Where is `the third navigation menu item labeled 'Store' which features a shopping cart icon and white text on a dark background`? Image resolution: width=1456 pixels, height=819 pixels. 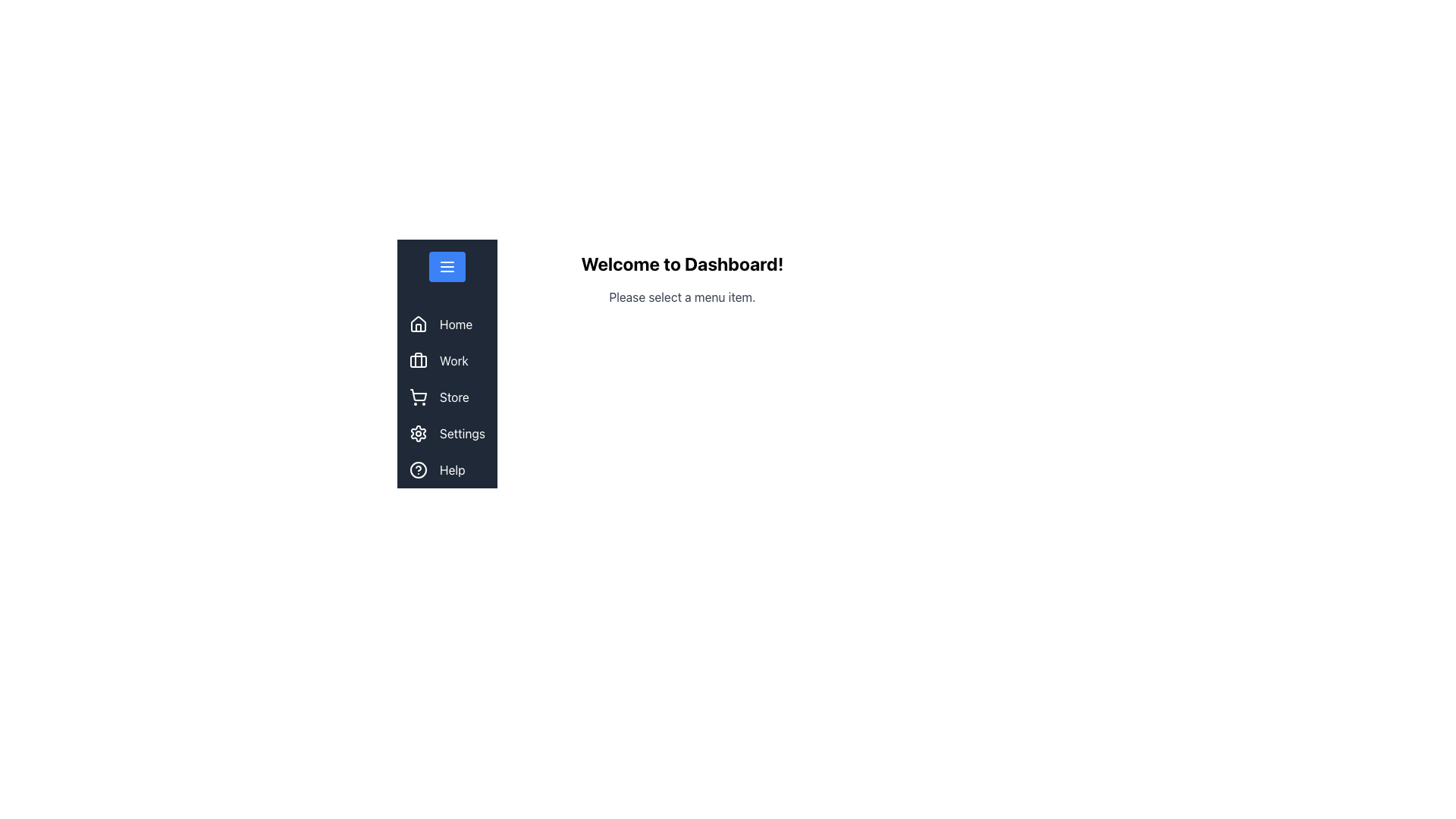 the third navigation menu item labeled 'Store' which features a shopping cart icon and white text on a dark background is located at coordinates (447, 397).